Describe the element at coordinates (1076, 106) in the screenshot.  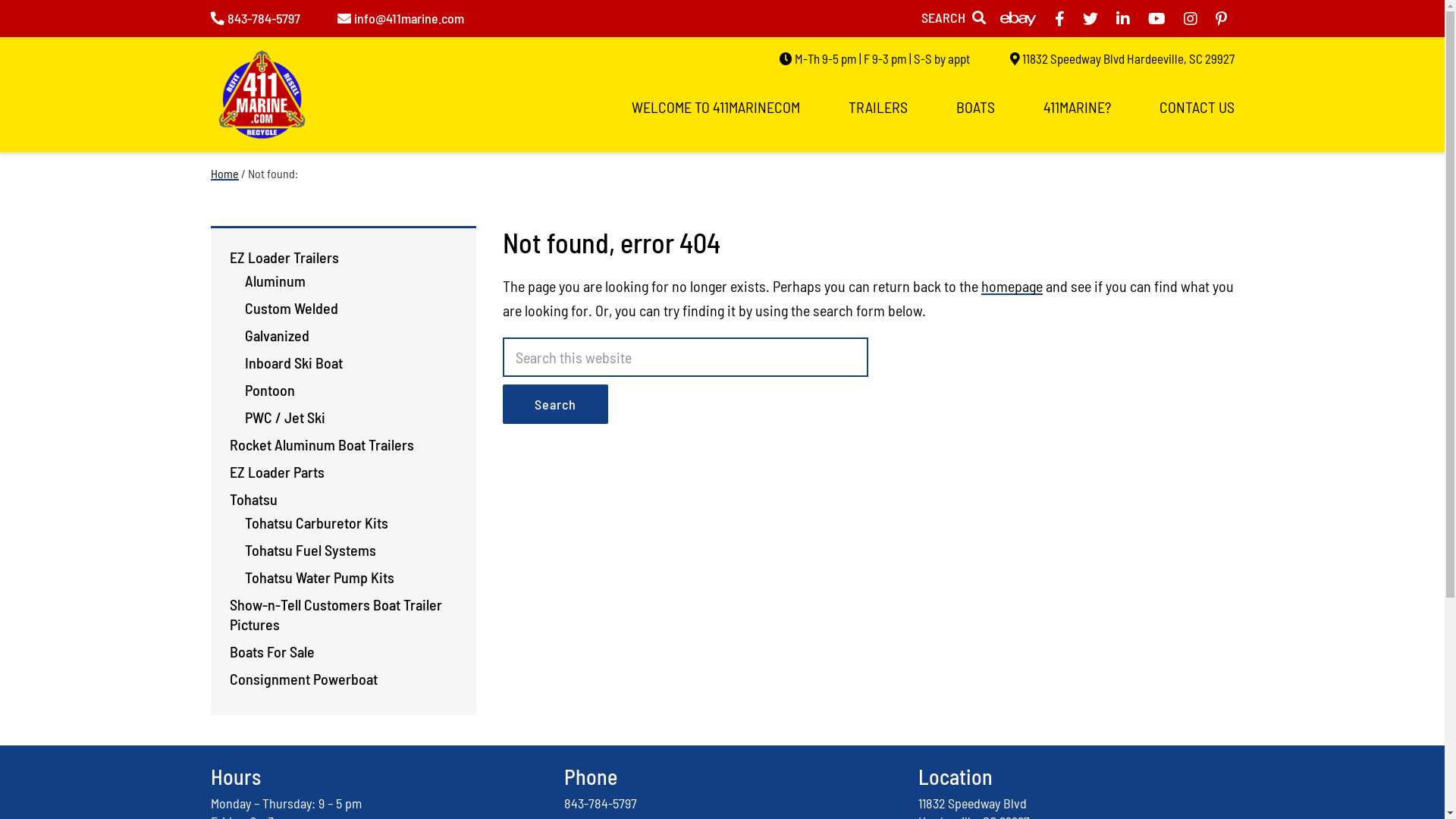
I see `'411MARINE?'` at that location.